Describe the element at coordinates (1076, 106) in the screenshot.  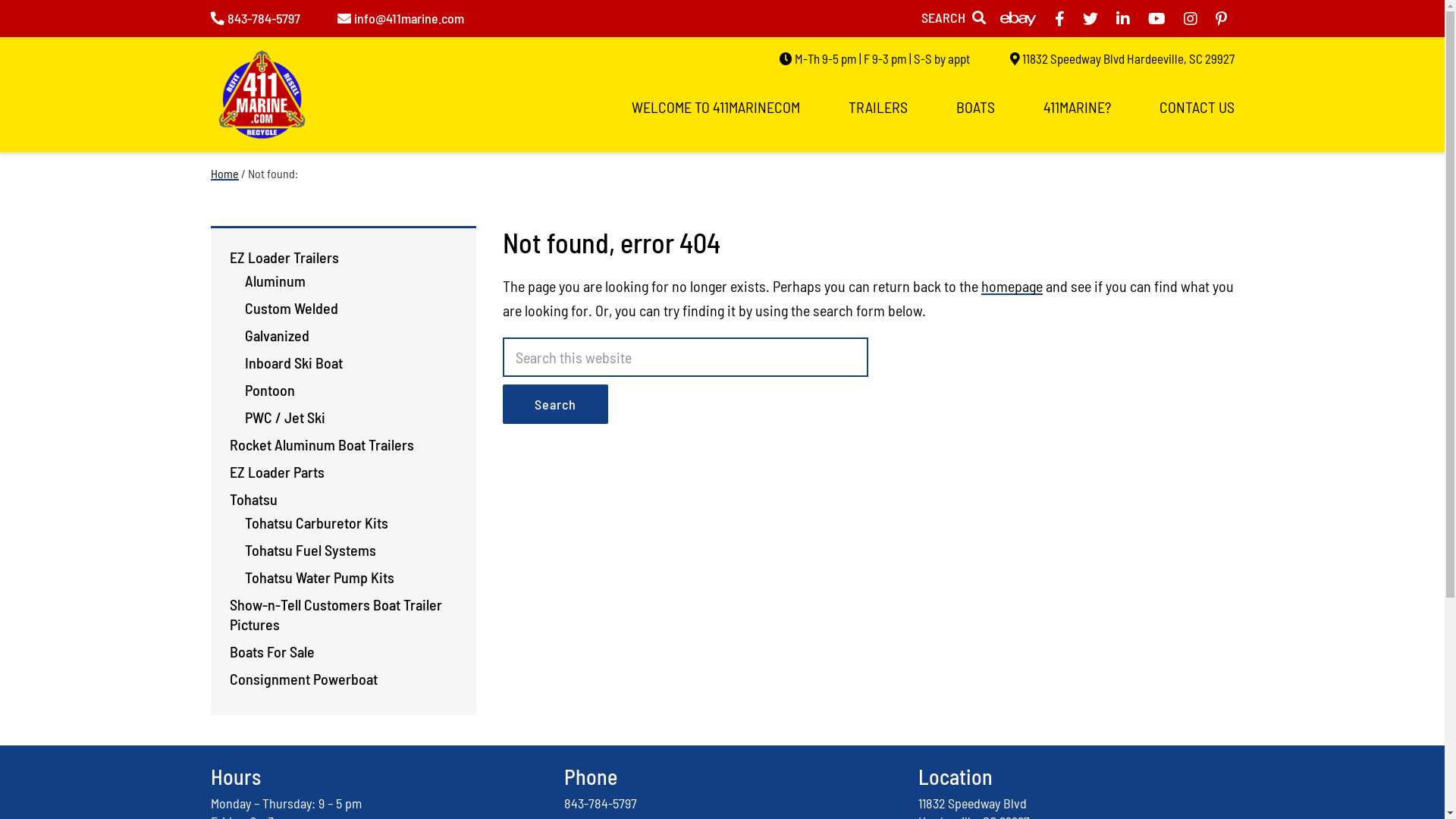
I see `'411MARINE?'` at that location.